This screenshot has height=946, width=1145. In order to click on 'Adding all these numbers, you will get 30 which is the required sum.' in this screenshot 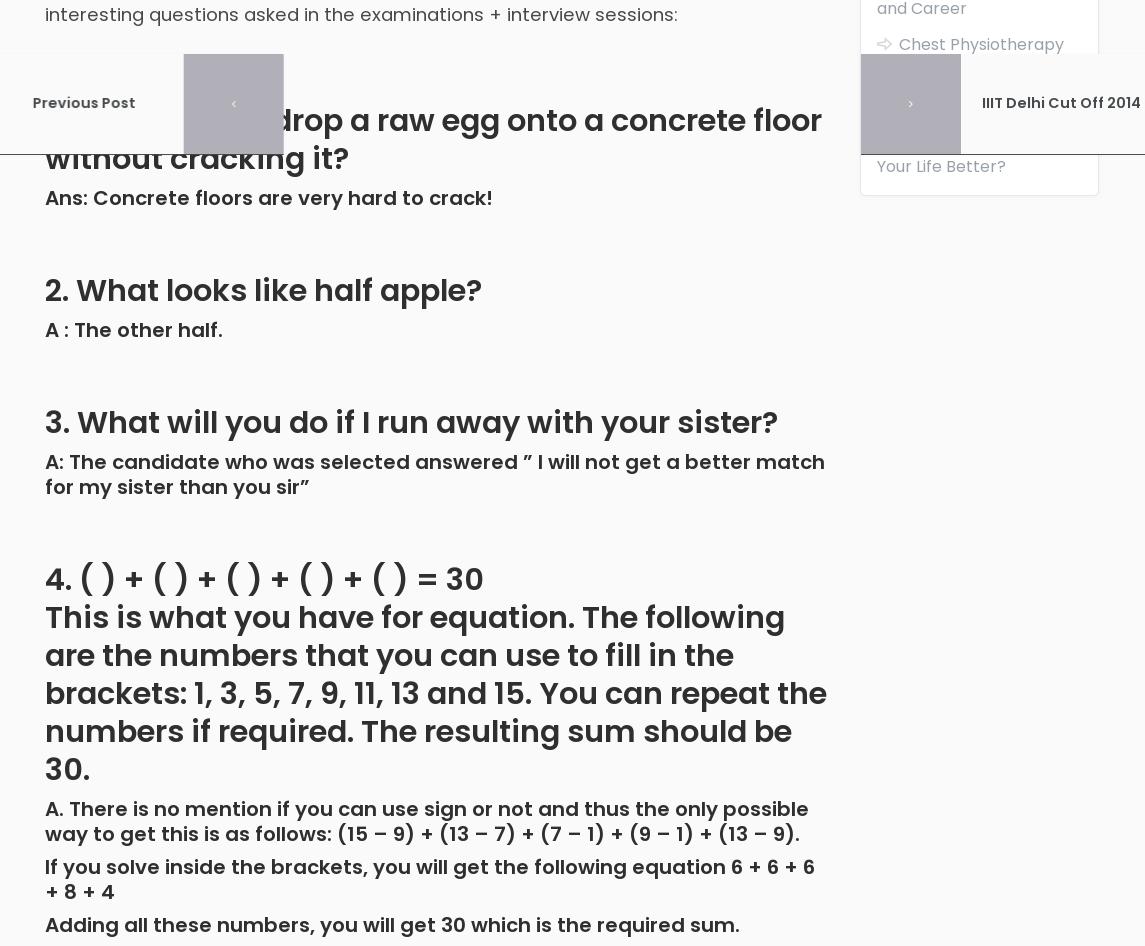, I will do `click(392, 922)`.